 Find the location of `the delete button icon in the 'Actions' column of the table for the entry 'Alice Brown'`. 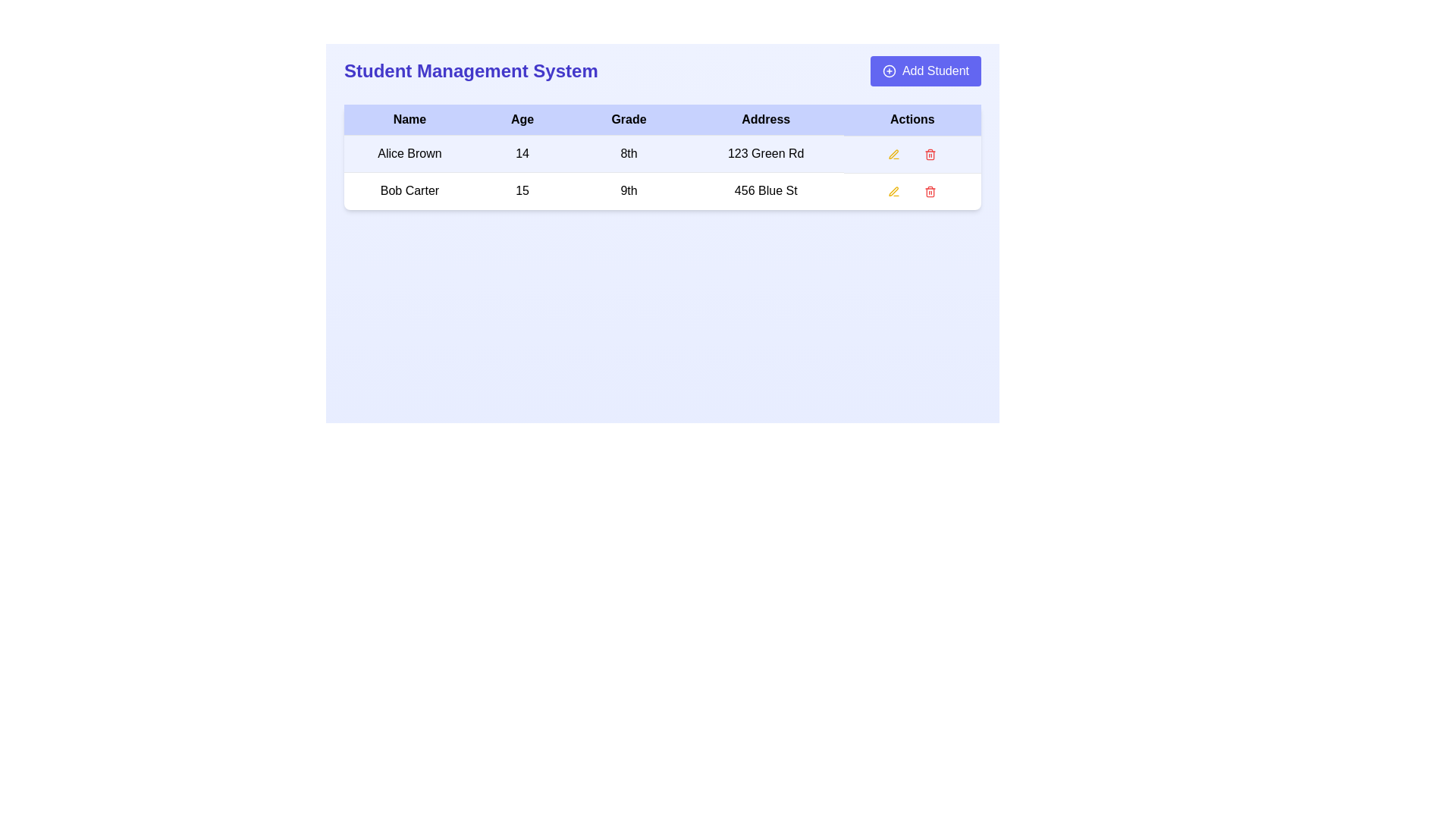

the delete button icon in the 'Actions' column of the table for the entry 'Alice Brown' is located at coordinates (930, 154).